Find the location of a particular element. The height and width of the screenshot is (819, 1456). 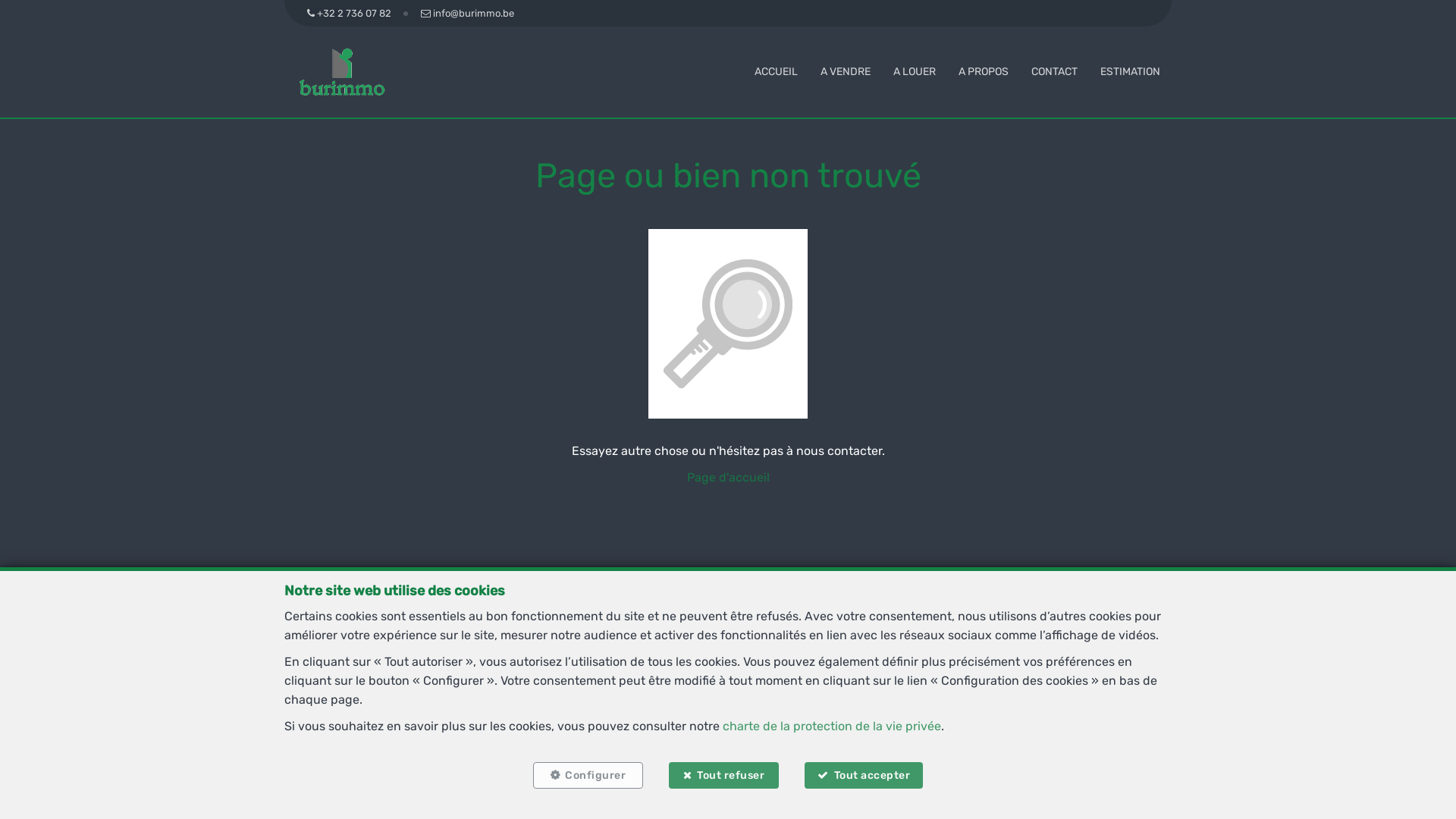

'ACCUEIL' is located at coordinates (754, 71).